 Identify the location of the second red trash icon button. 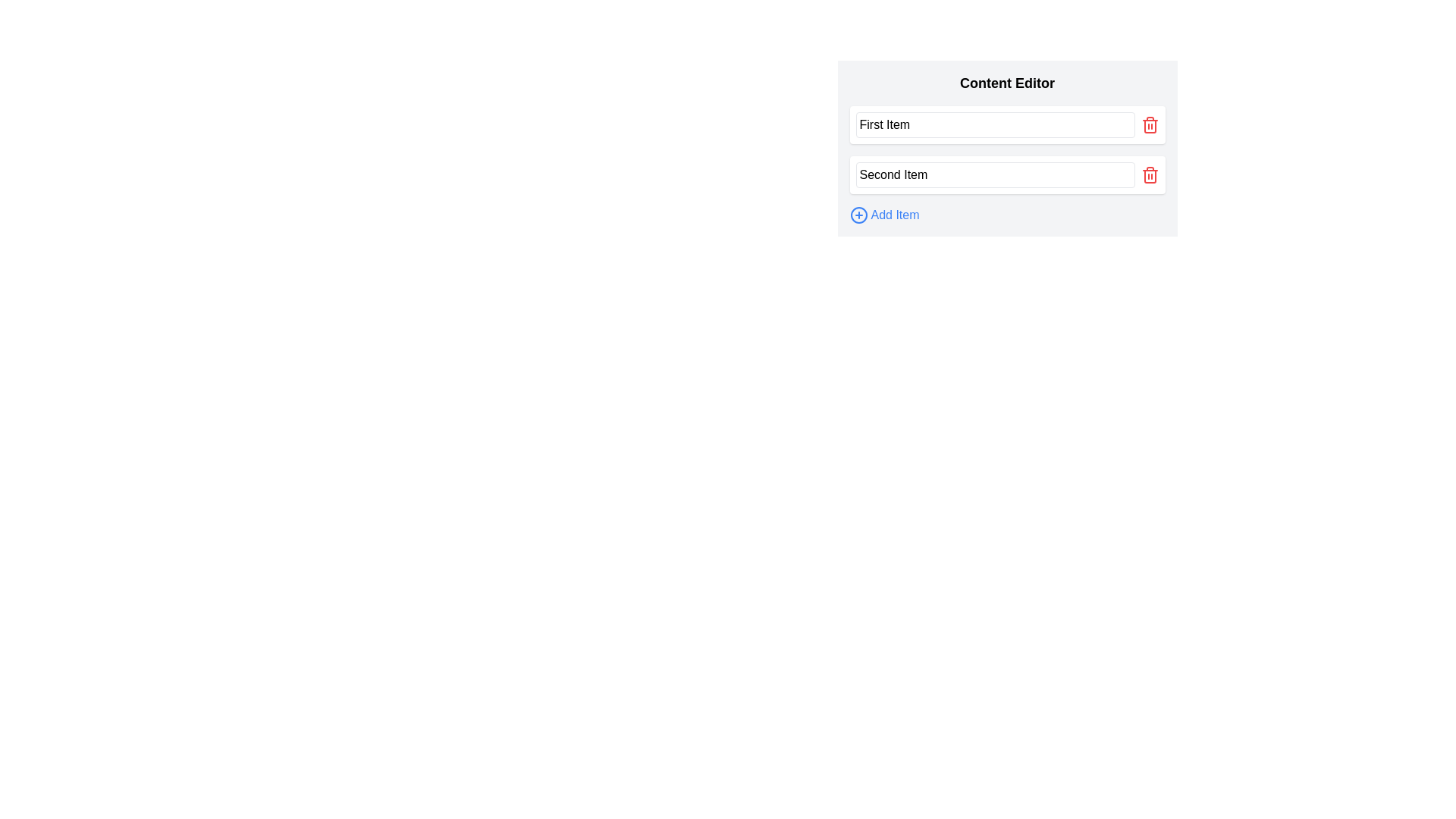
(1150, 174).